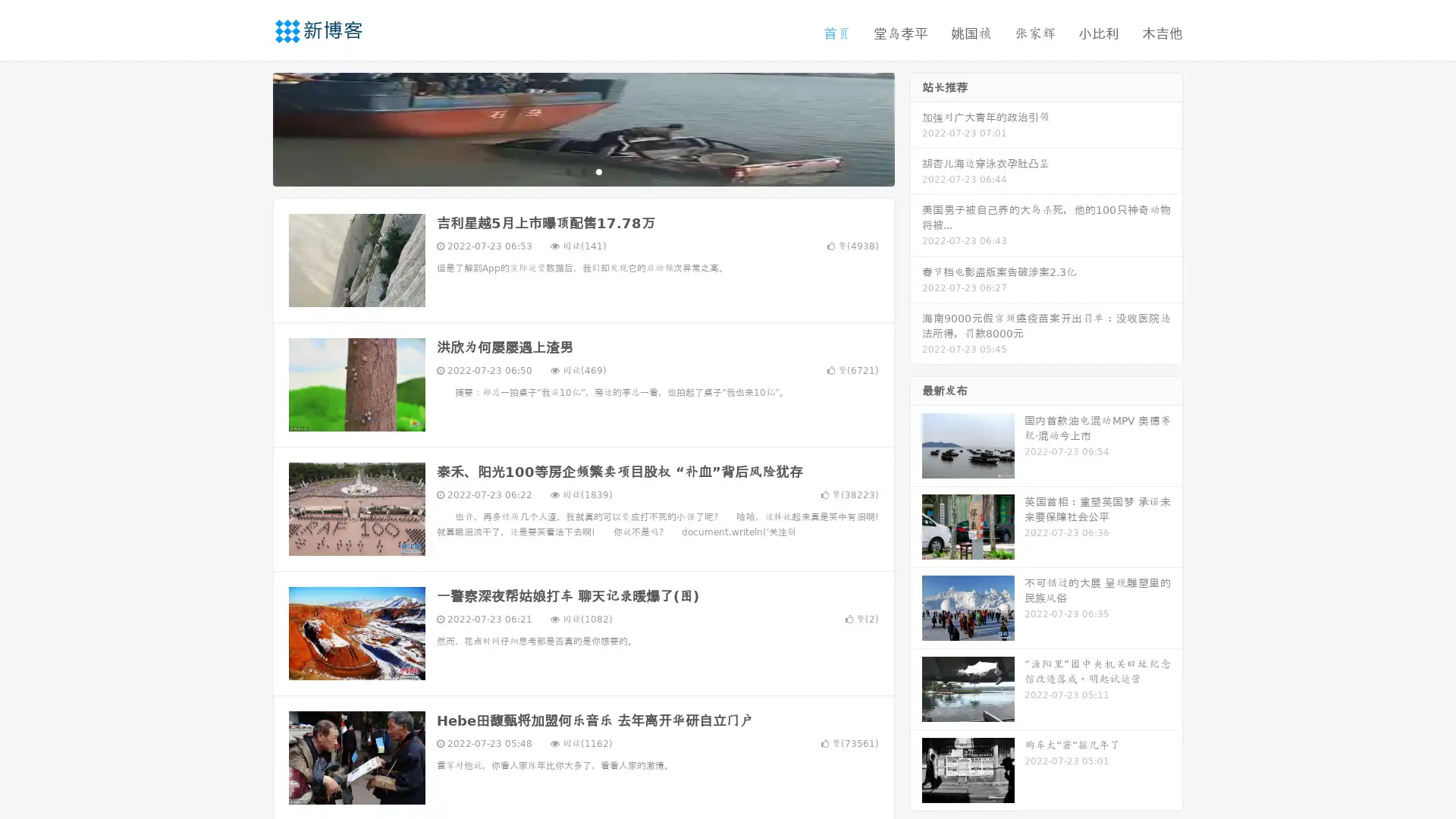  I want to click on Previous slide, so click(250, 127).